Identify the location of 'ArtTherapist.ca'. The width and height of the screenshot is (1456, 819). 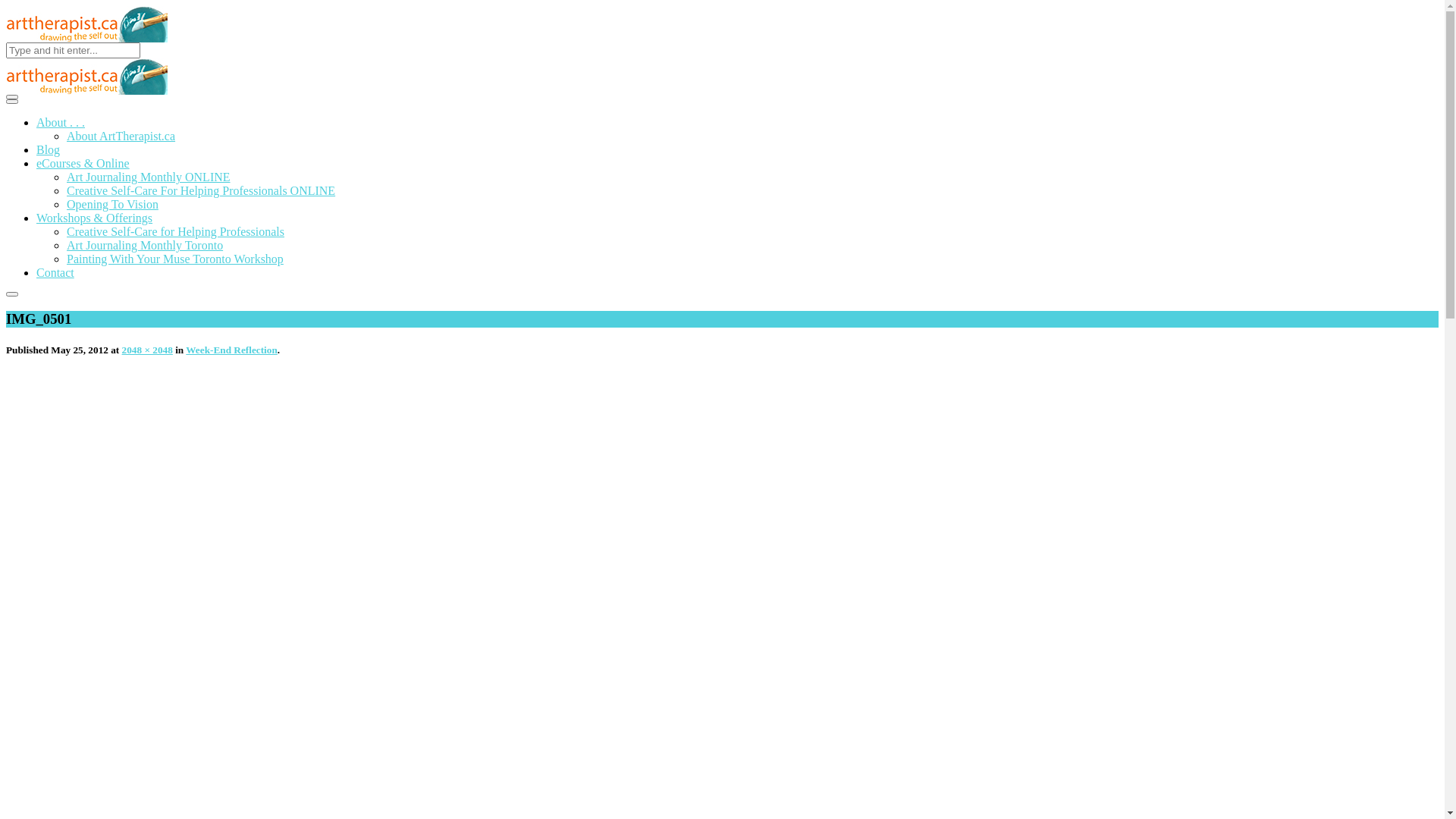
(86, 76).